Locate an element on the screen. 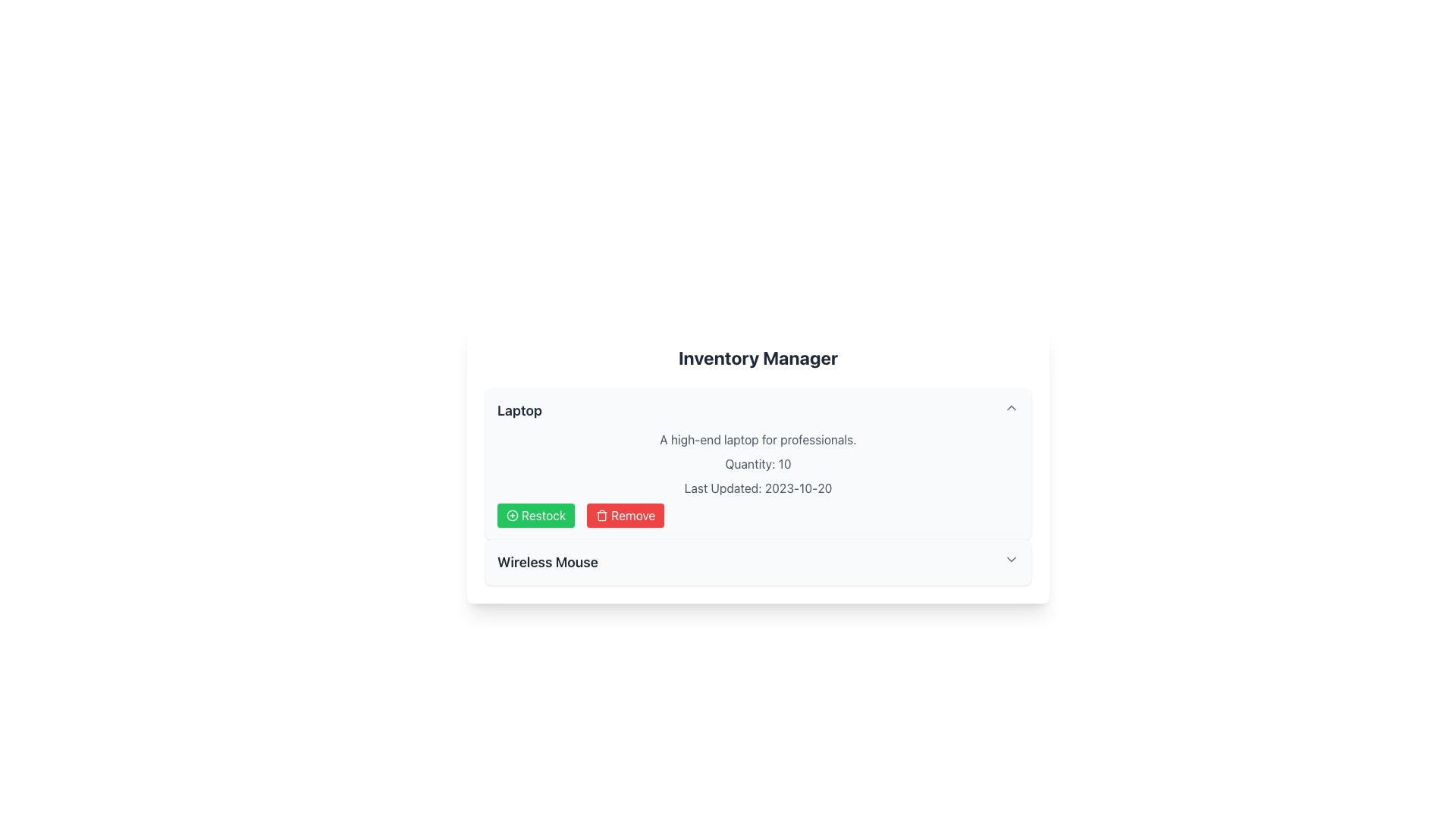  the text element displaying the word 'Laptop' in bold, dark gray font to select the text is located at coordinates (519, 411).